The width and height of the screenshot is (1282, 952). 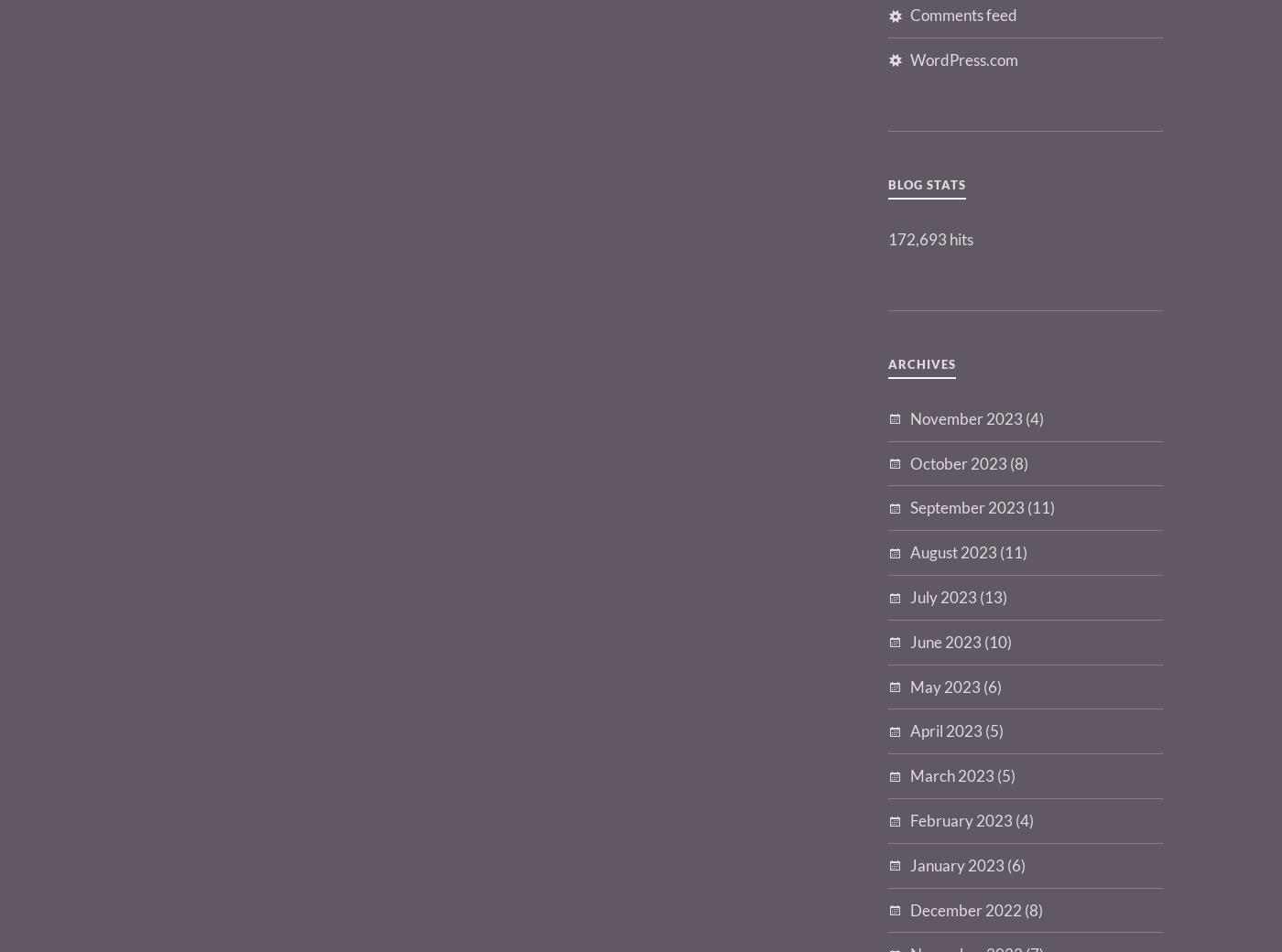 I want to click on 'Comments feed', so click(x=963, y=13).